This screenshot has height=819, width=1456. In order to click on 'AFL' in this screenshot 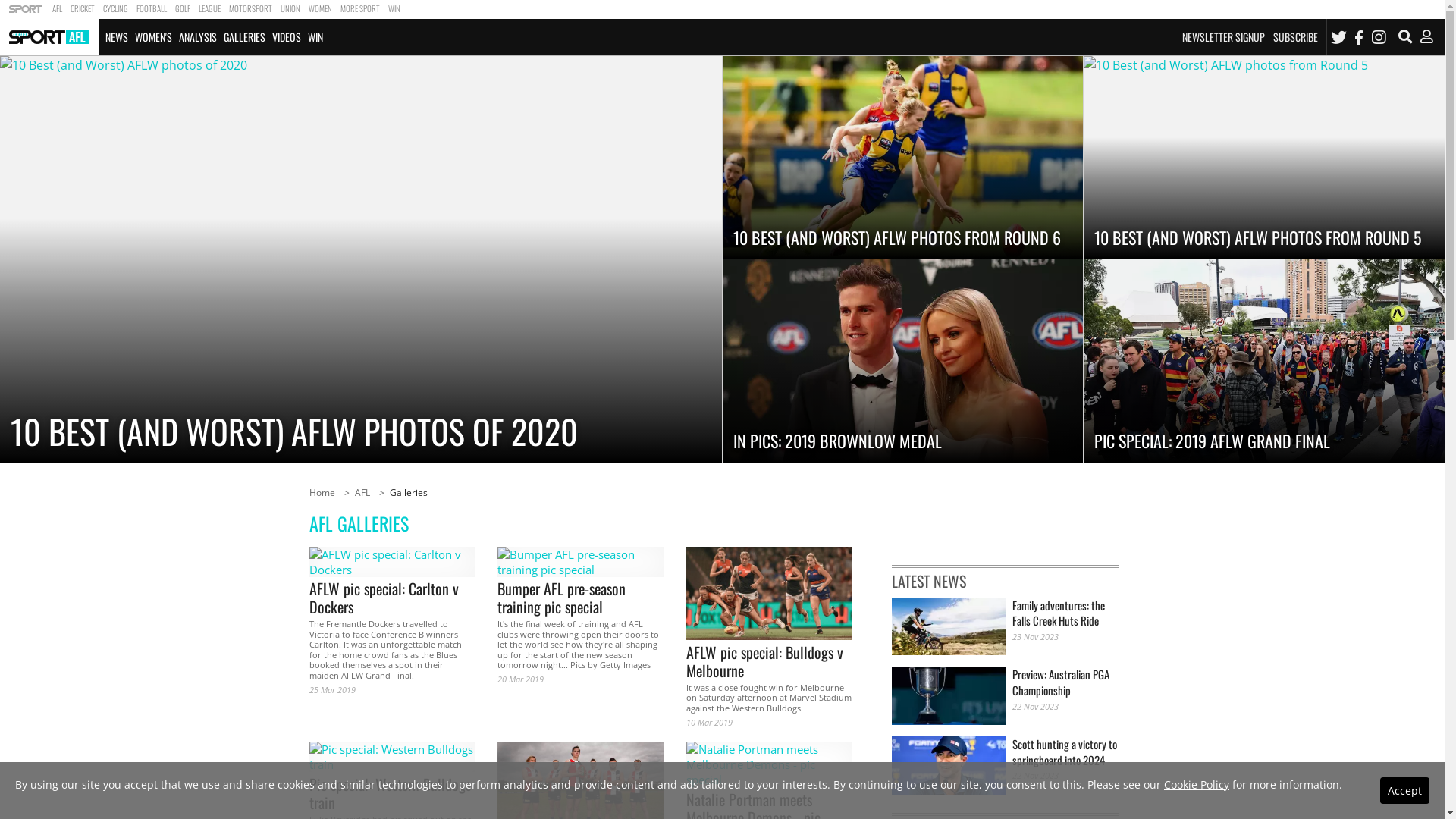, I will do `click(362, 493)`.